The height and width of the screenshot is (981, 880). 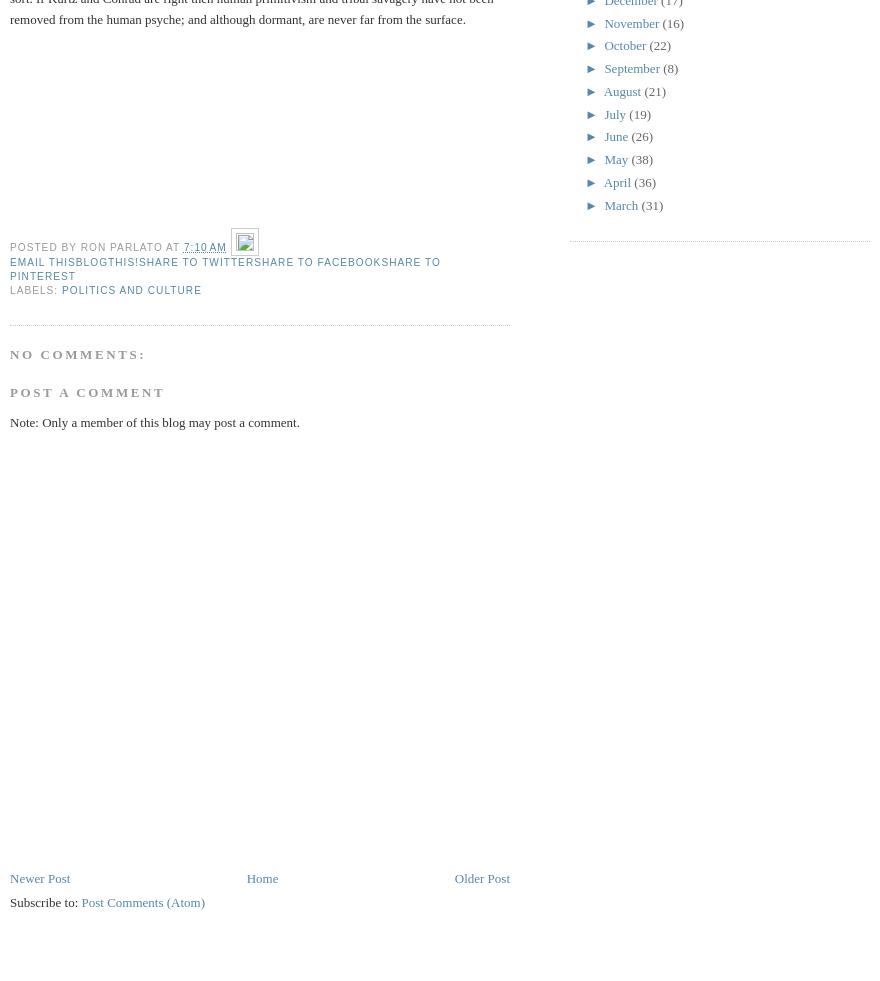 I want to click on 'Subscribe to:', so click(x=45, y=901).